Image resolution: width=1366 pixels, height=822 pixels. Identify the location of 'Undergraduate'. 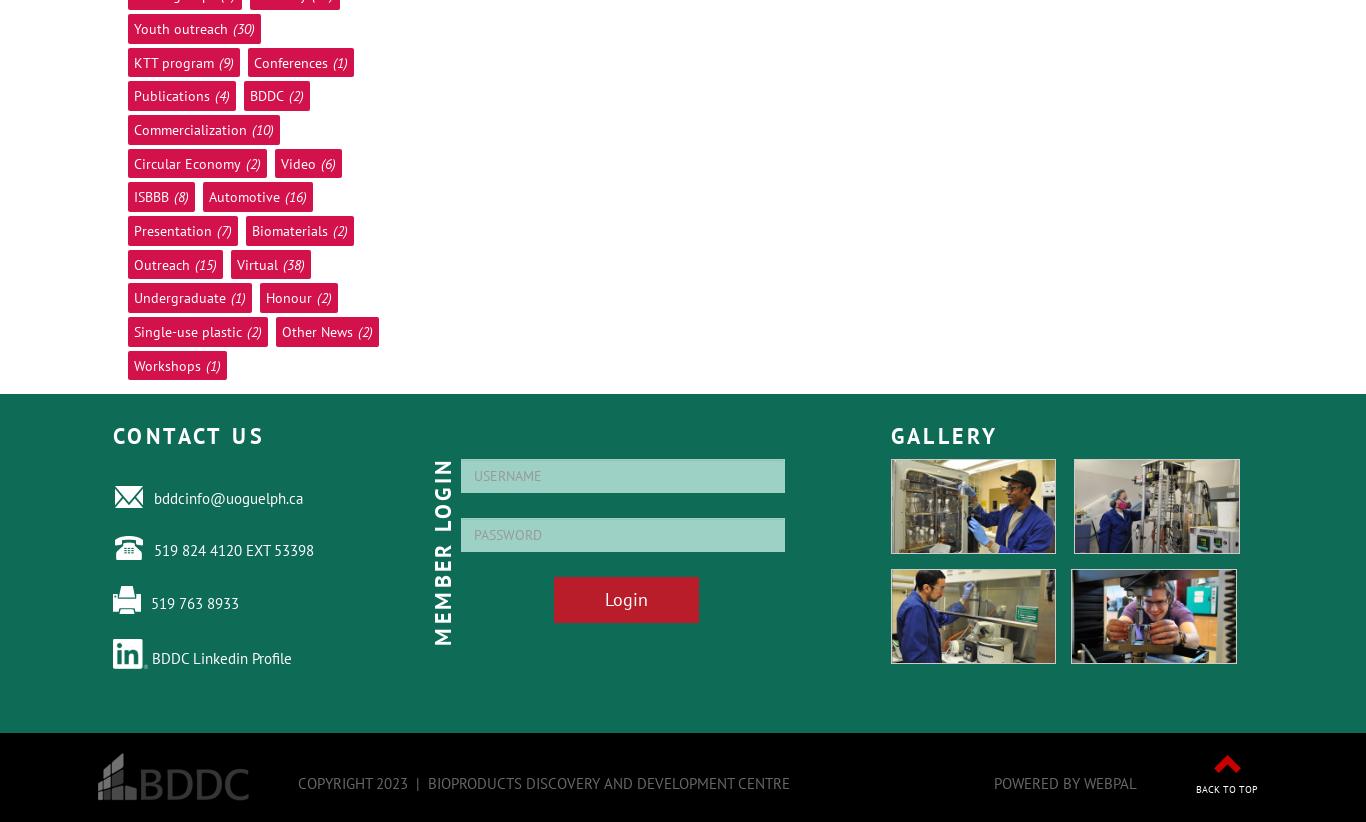
(179, 297).